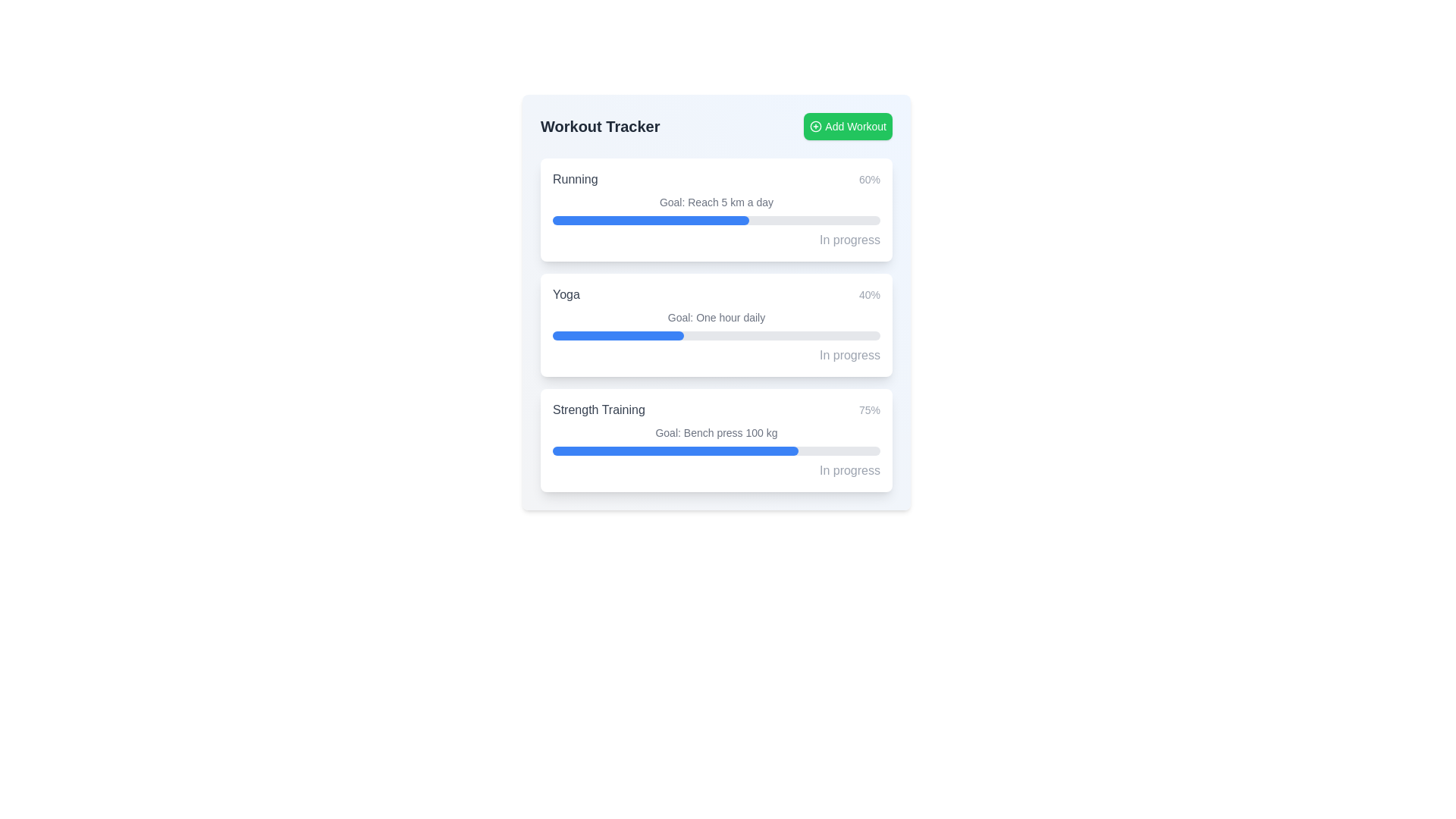 Image resolution: width=1456 pixels, height=819 pixels. Describe the element at coordinates (870, 178) in the screenshot. I see `the text label that reads '60%' in small gray font, located in the top-right corner of the 'Running' card above the progress bar` at that location.